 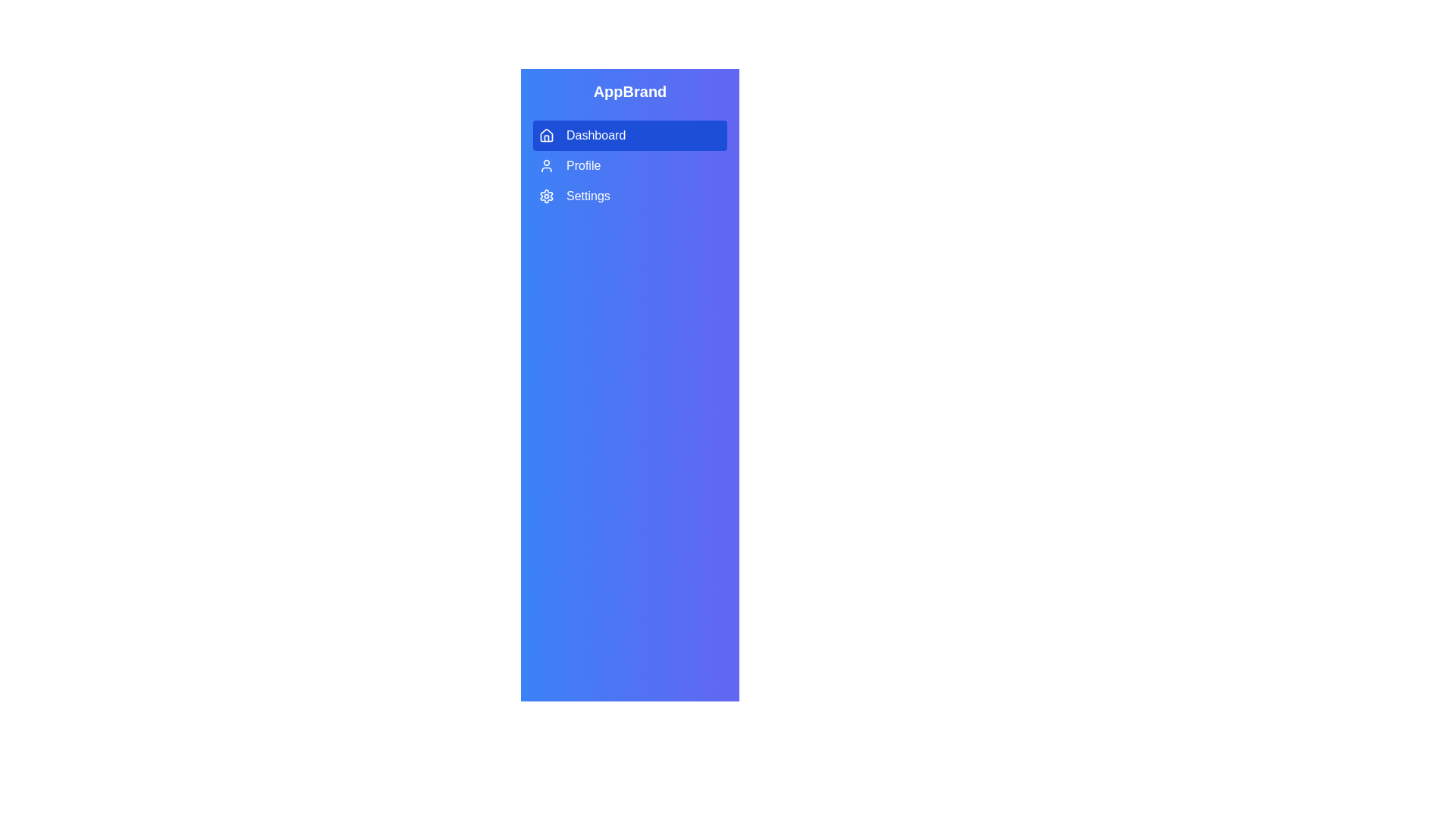 What do you see at coordinates (546, 133) in the screenshot?
I see `the Dashboard Icon in the navigation bar, which serves as a graphical representation for quick access to the Dashboard page` at bounding box center [546, 133].